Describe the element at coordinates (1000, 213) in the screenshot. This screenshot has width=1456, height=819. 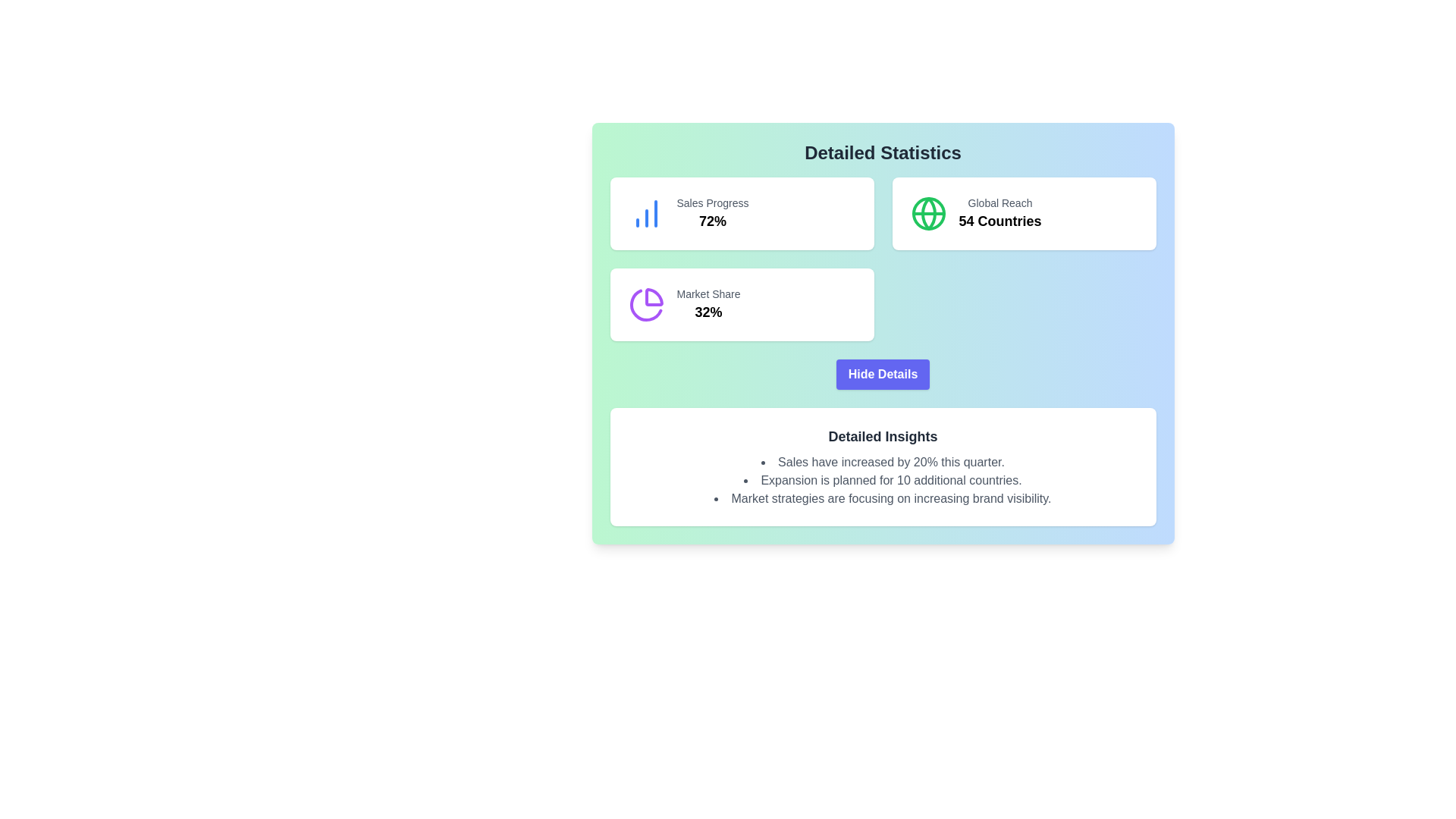
I see `displayed text '54 Countries' from the primary textual content component located within the white card on the right side of the second row, below the header and to the right of the green globe icon` at that location.